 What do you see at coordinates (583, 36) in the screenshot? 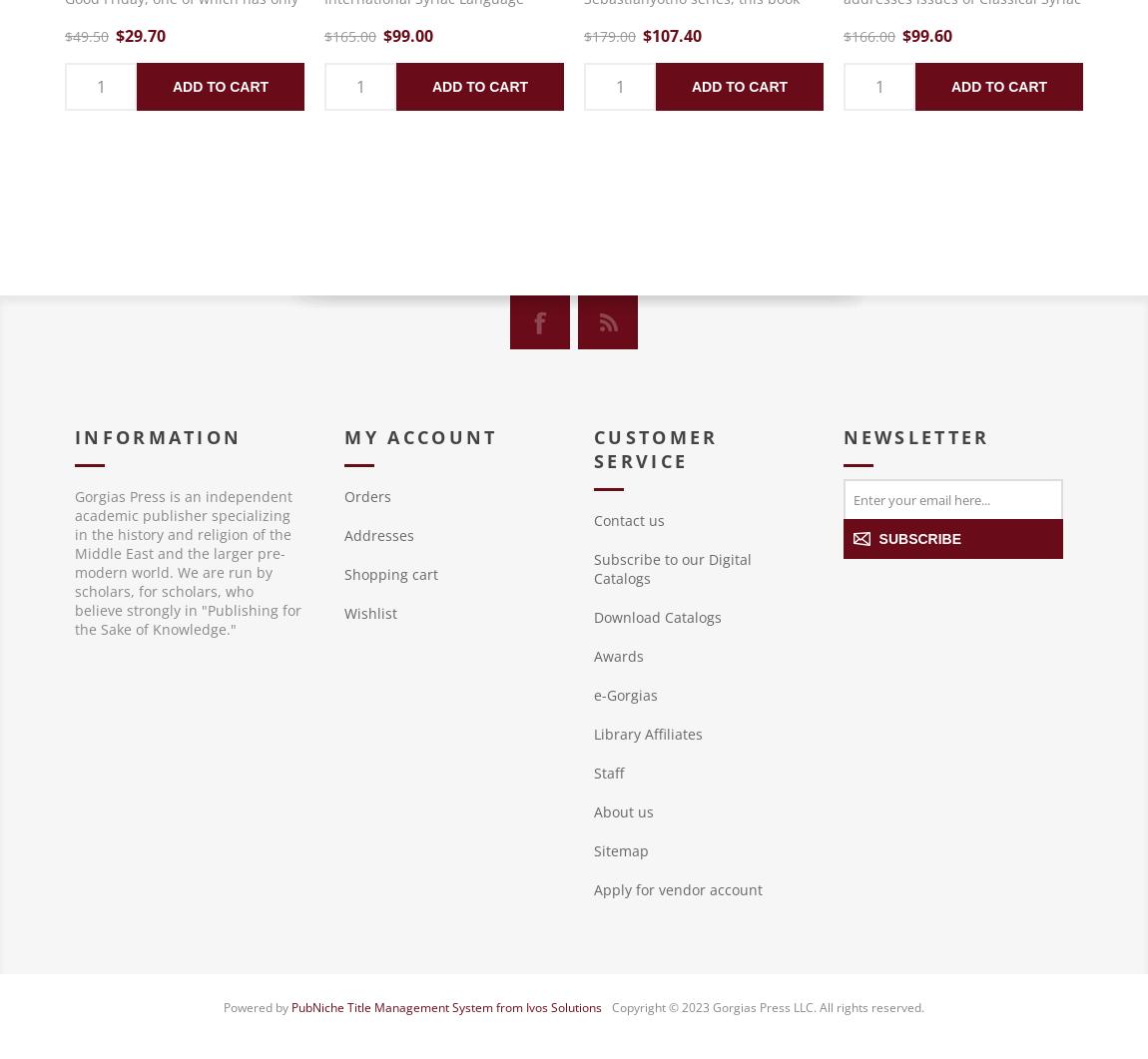
I see `'$179.00'` at bounding box center [583, 36].